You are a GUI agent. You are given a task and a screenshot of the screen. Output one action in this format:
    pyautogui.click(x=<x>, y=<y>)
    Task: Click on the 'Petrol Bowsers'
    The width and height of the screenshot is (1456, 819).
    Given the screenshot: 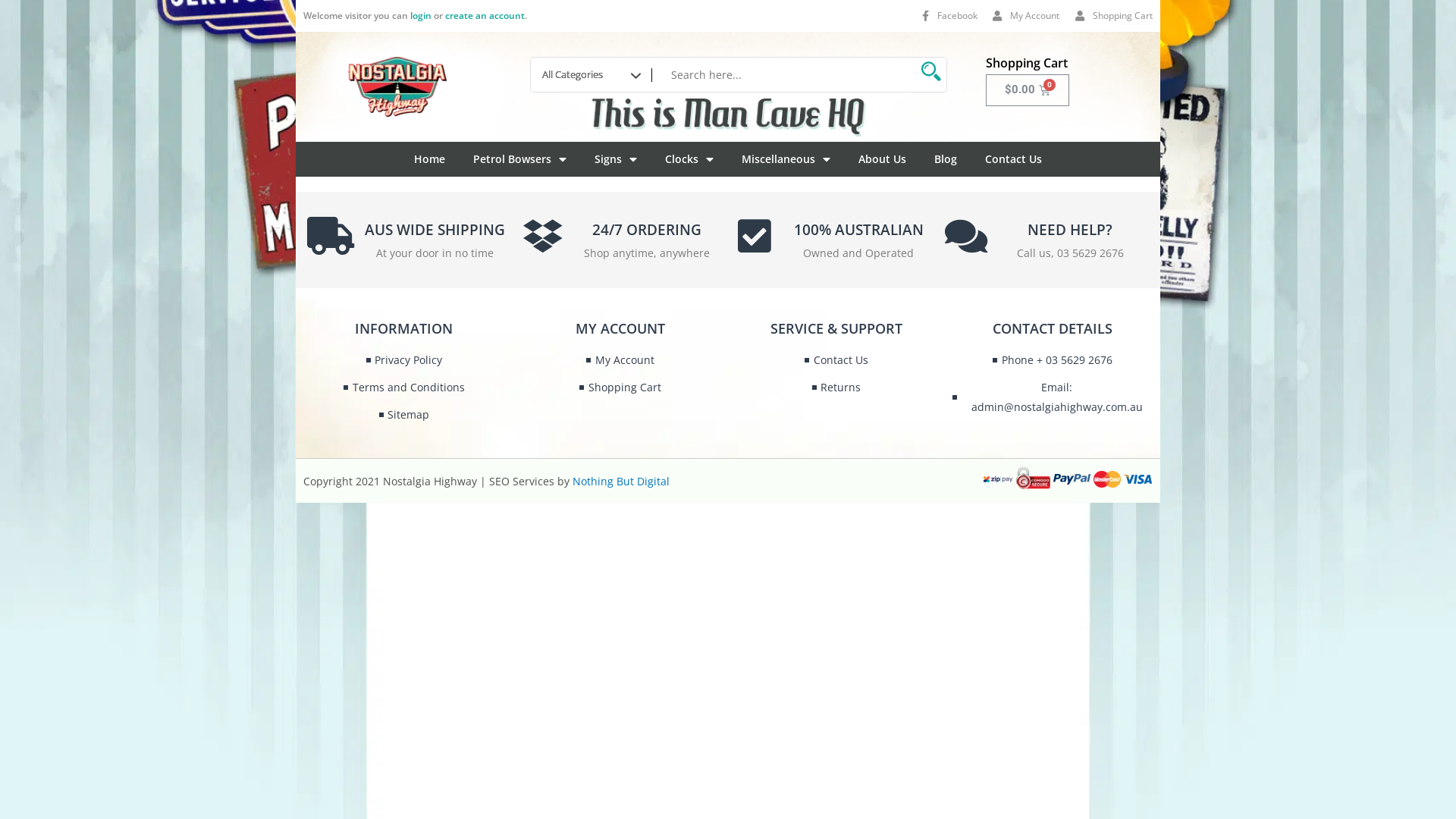 What is the action you would take?
    pyautogui.click(x=519, y=158)
    